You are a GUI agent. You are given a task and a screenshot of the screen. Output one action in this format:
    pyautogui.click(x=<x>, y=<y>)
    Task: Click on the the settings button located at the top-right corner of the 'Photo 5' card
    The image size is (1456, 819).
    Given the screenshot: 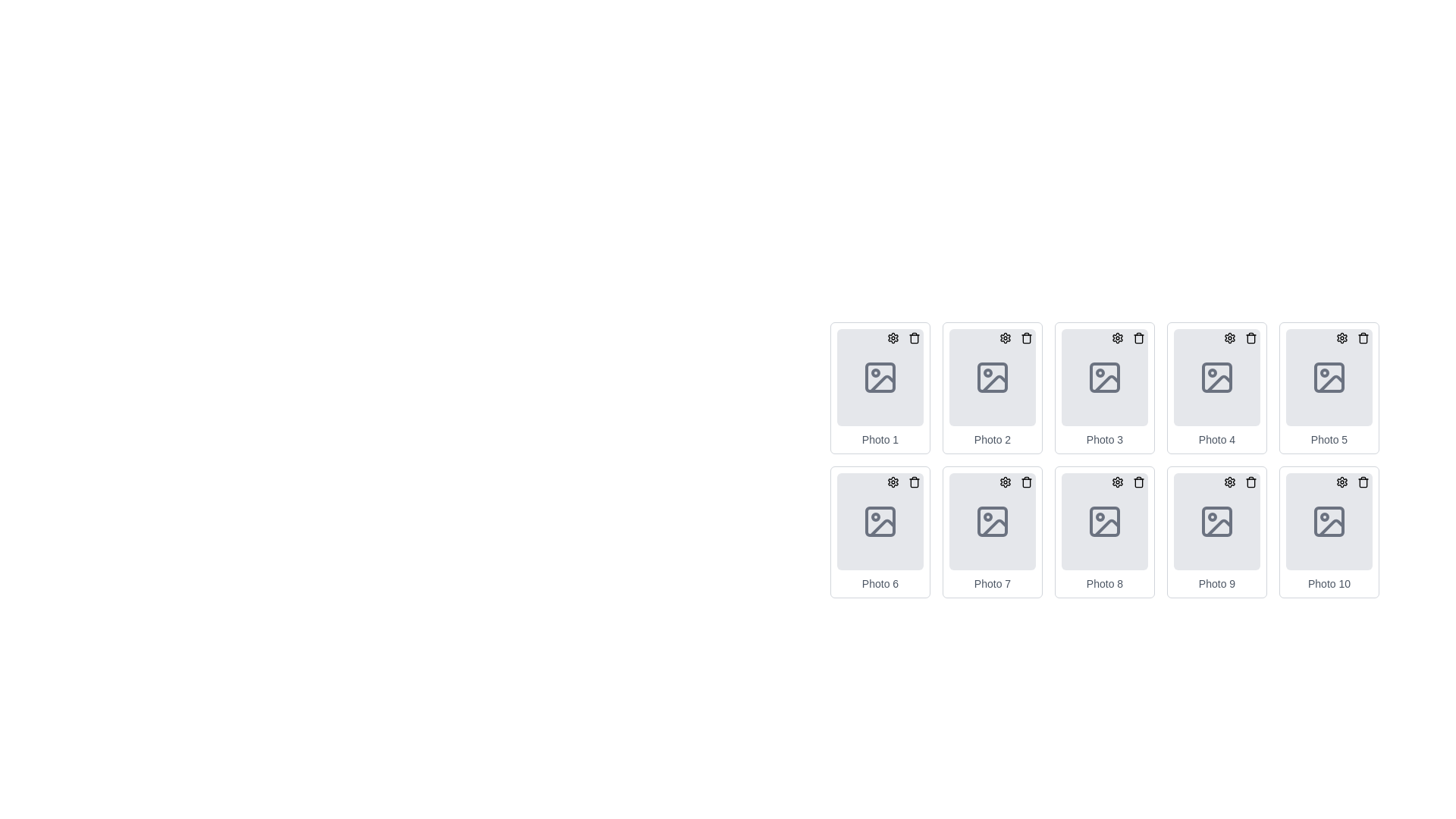 What is the action you would take?
    pyautogui.click(x=1342, y=337)
    